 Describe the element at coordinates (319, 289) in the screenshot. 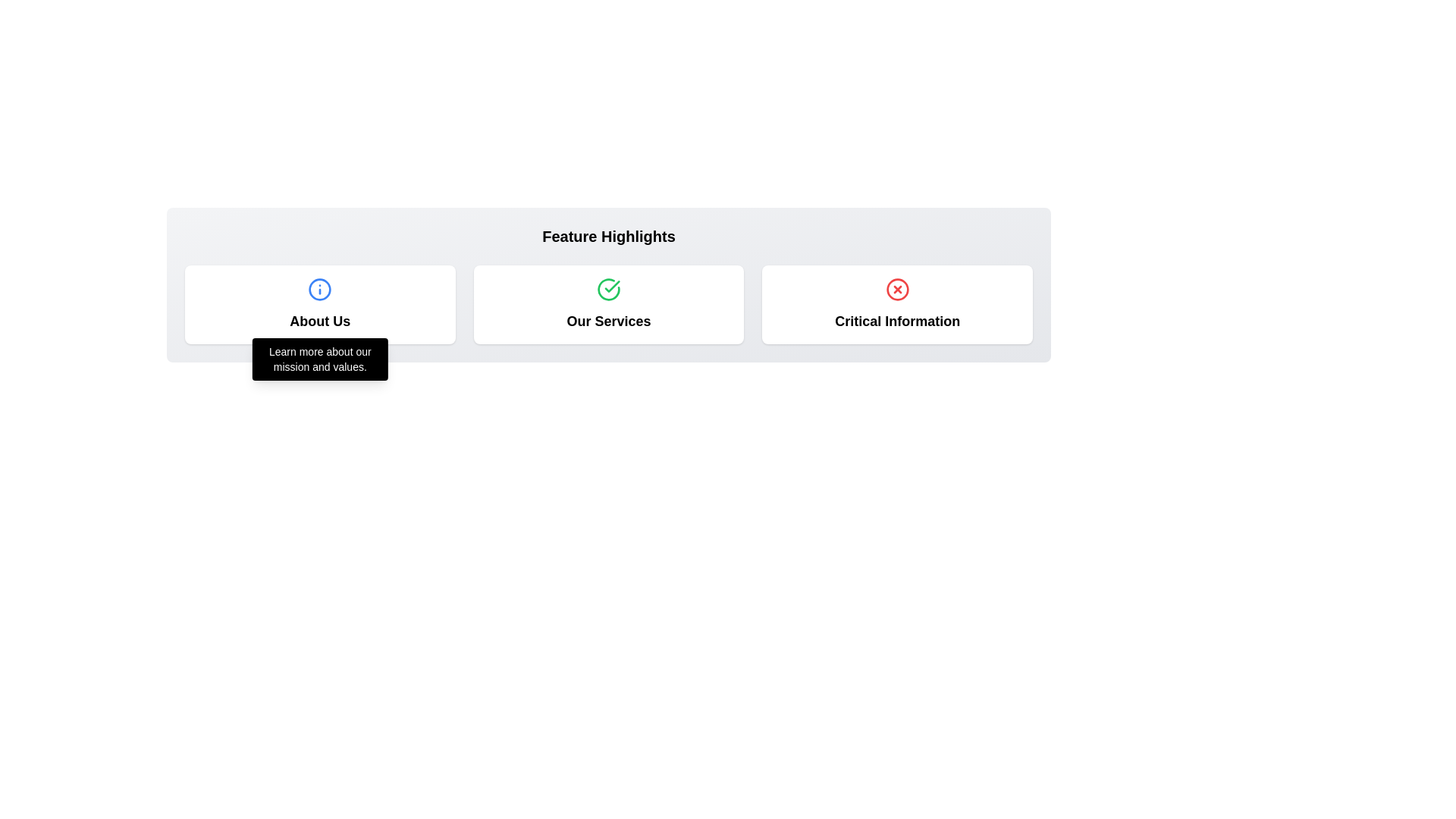

I see `the 'info' icon in the 'About Us' section` at that location.